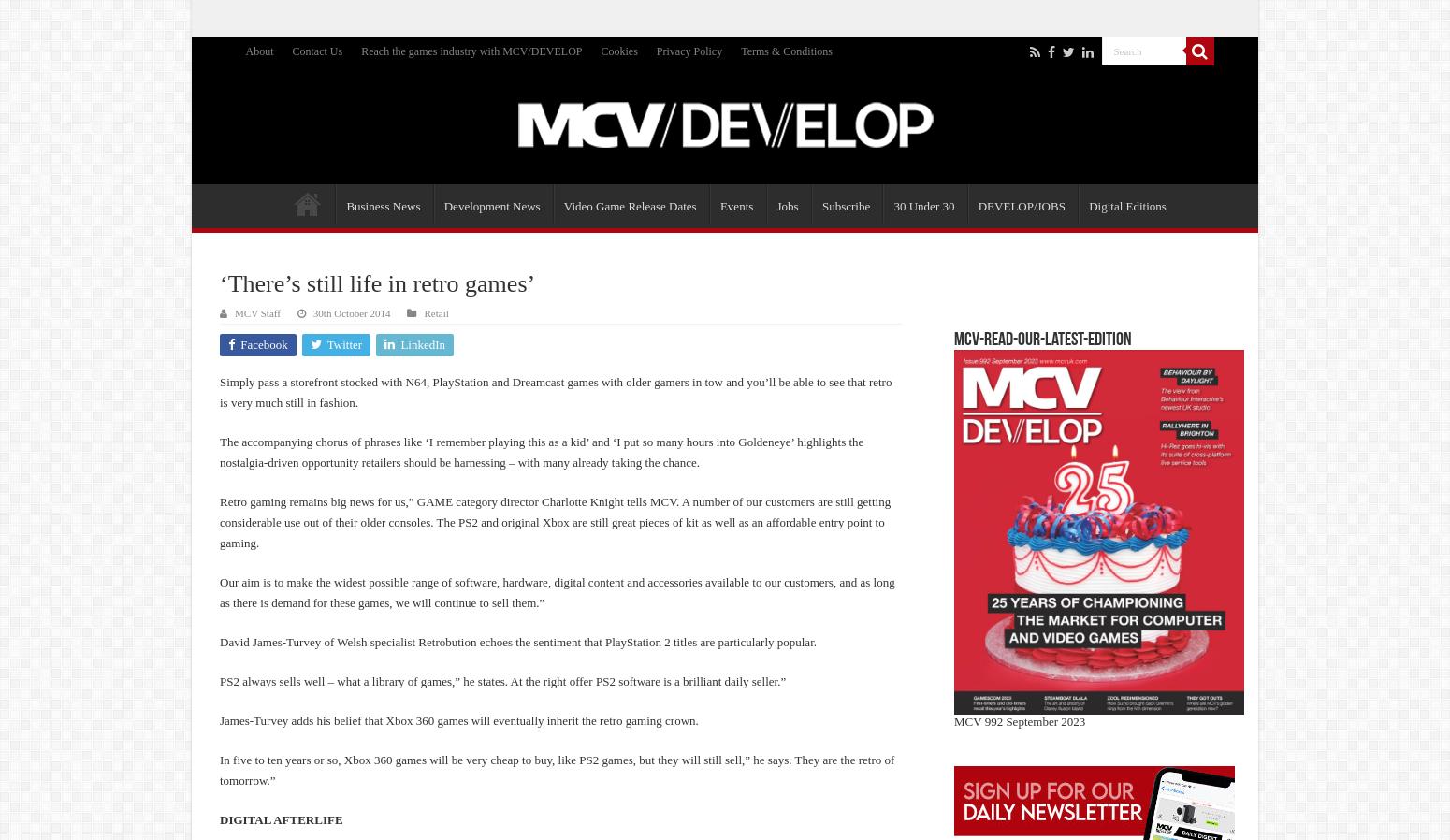 The width and height of the screenshot is (1450, 840). Describe the element at coordinates (845, 205) in the screenshot. I see `'Subscribe'` at that location.